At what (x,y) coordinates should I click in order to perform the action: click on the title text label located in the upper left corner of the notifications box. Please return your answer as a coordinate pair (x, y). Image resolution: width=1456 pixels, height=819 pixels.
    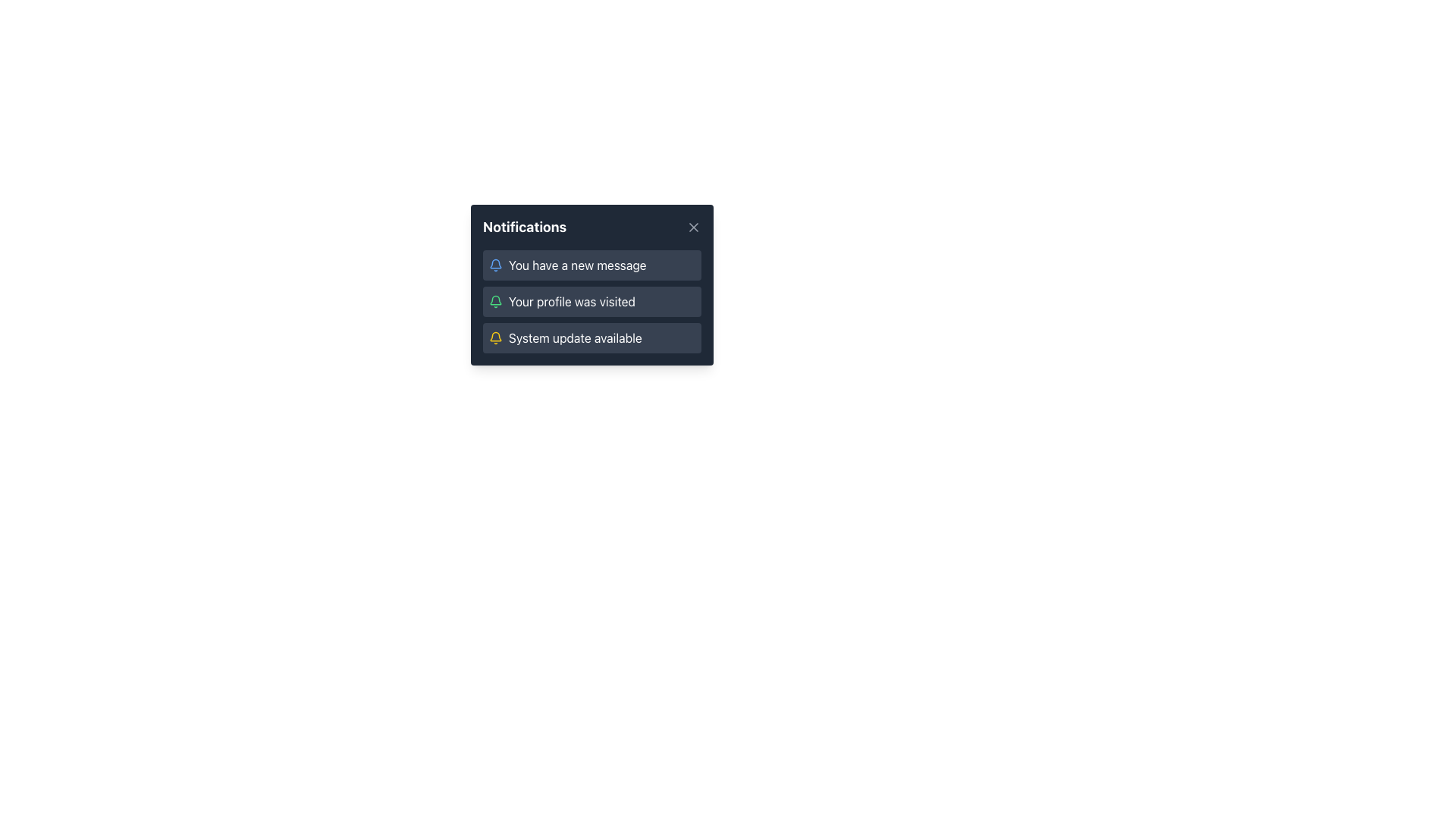
    Looking at the image, I should click on (525, 227).